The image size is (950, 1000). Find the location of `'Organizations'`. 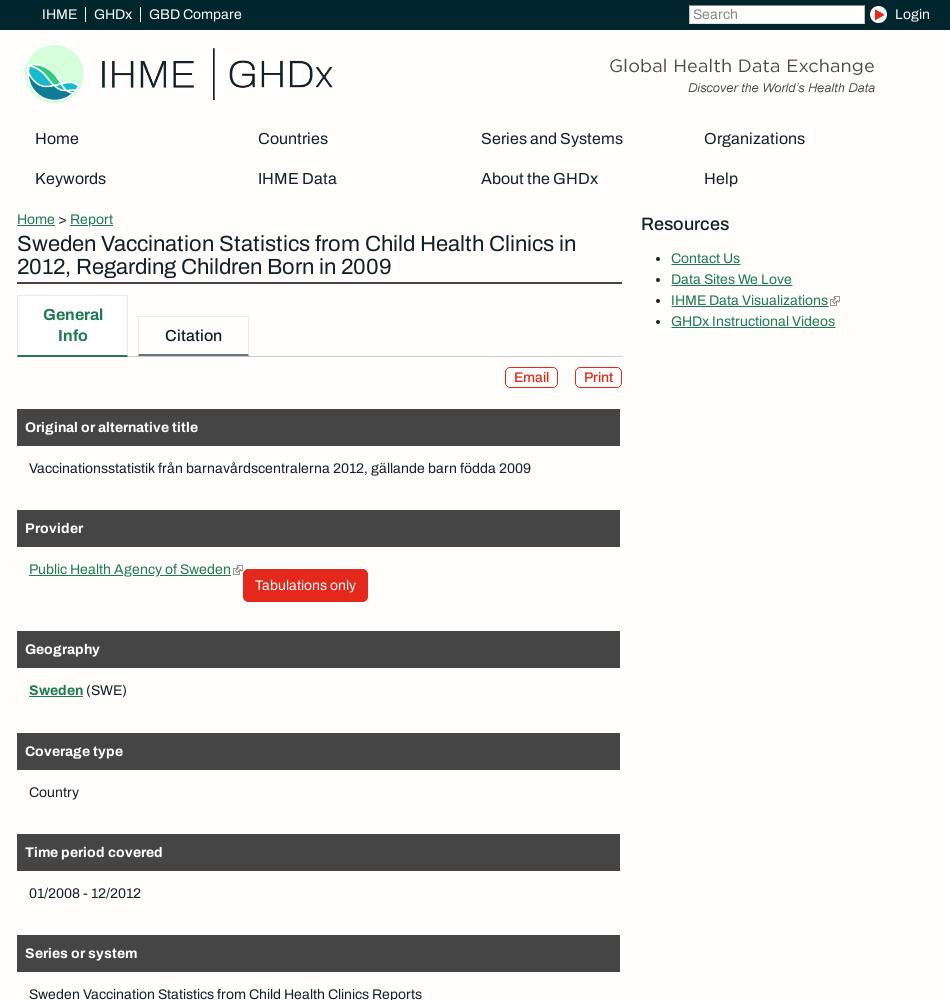

'Organizations' is located at coordinates (752, 138).